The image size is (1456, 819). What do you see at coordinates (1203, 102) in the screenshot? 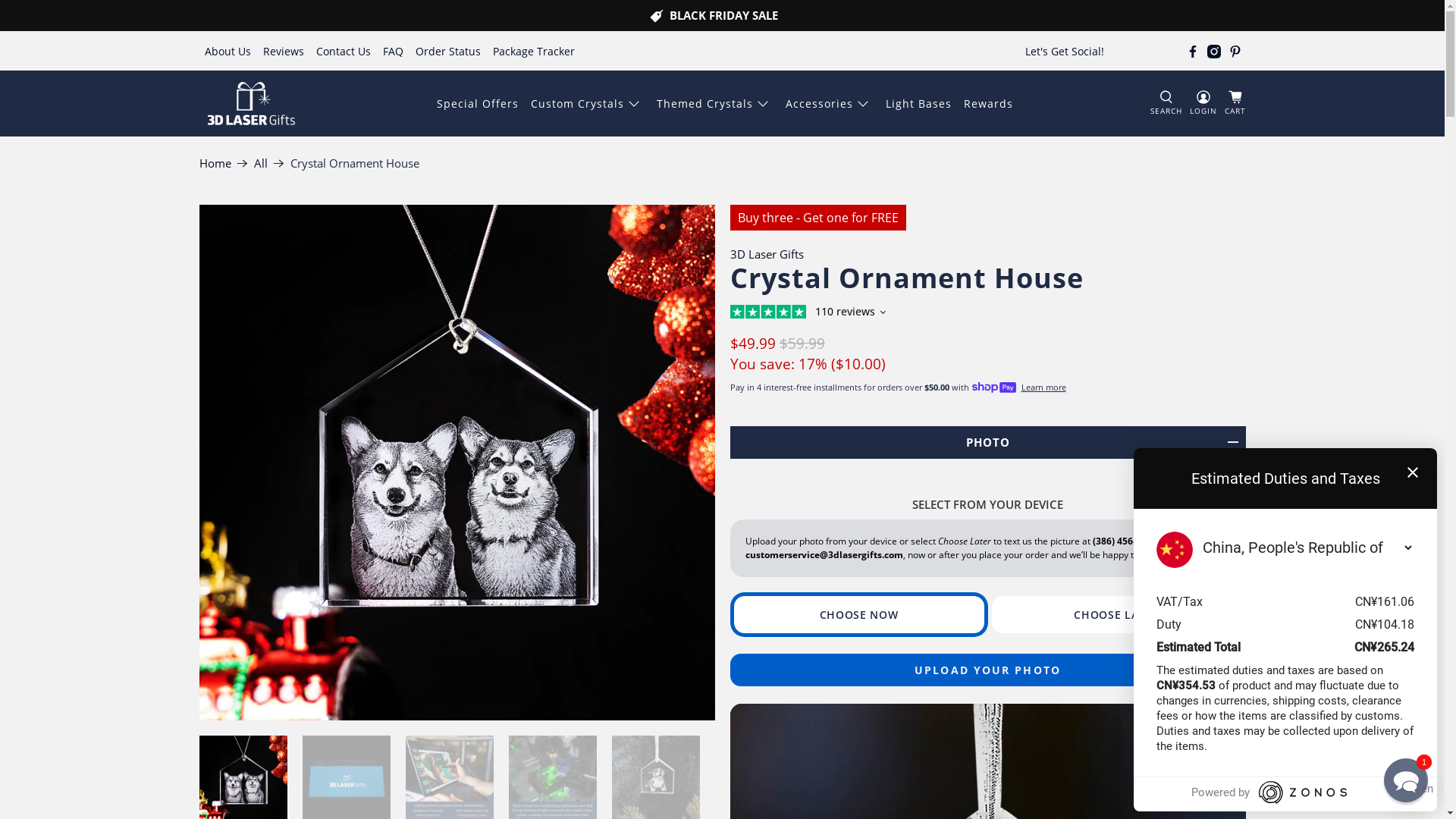
I see `'LOGIN'` at bounding box center [1203, 102].